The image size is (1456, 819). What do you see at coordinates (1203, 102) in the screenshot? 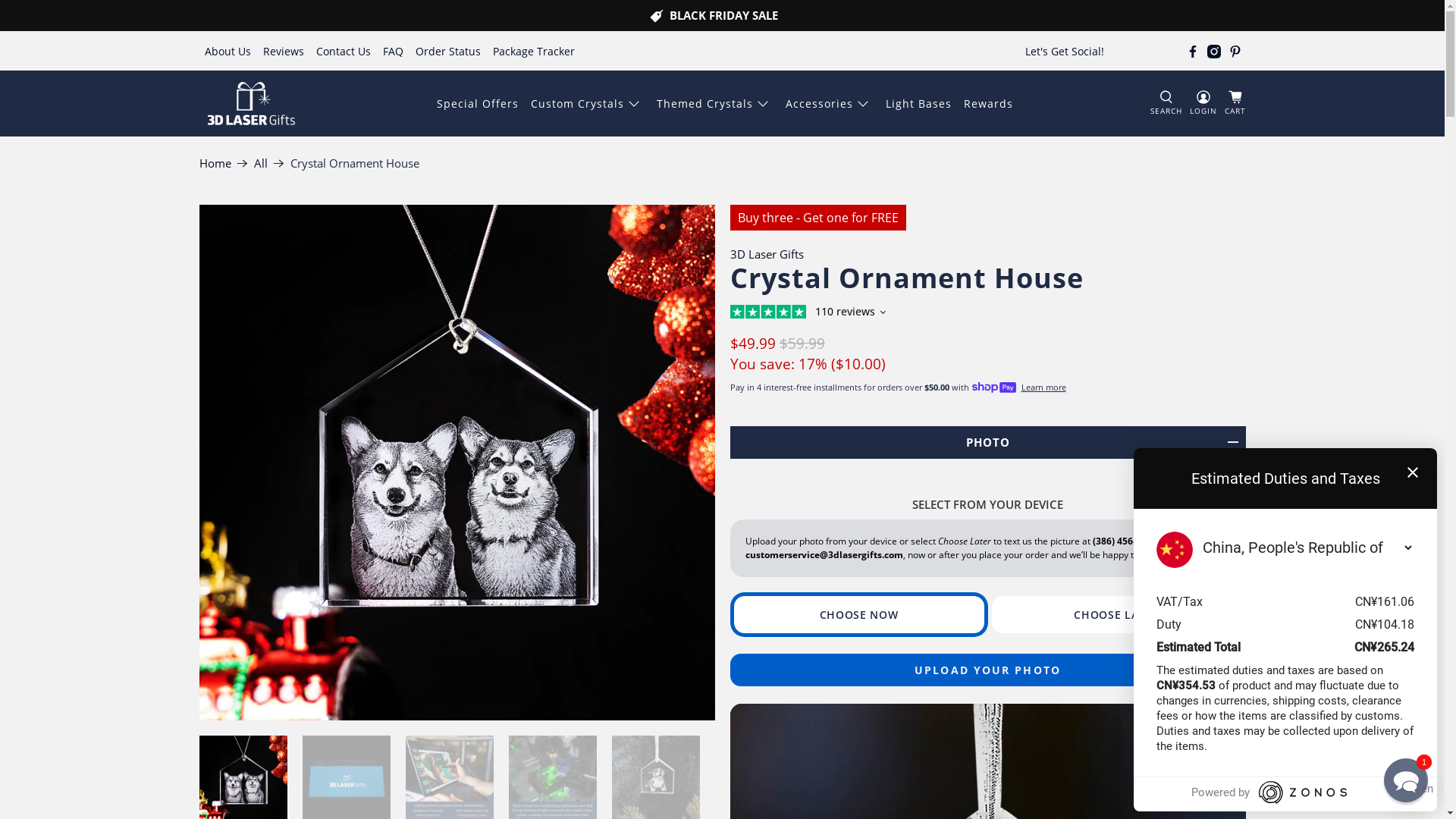
I see `'LOGIN'` at bounding box center [1203, 102].